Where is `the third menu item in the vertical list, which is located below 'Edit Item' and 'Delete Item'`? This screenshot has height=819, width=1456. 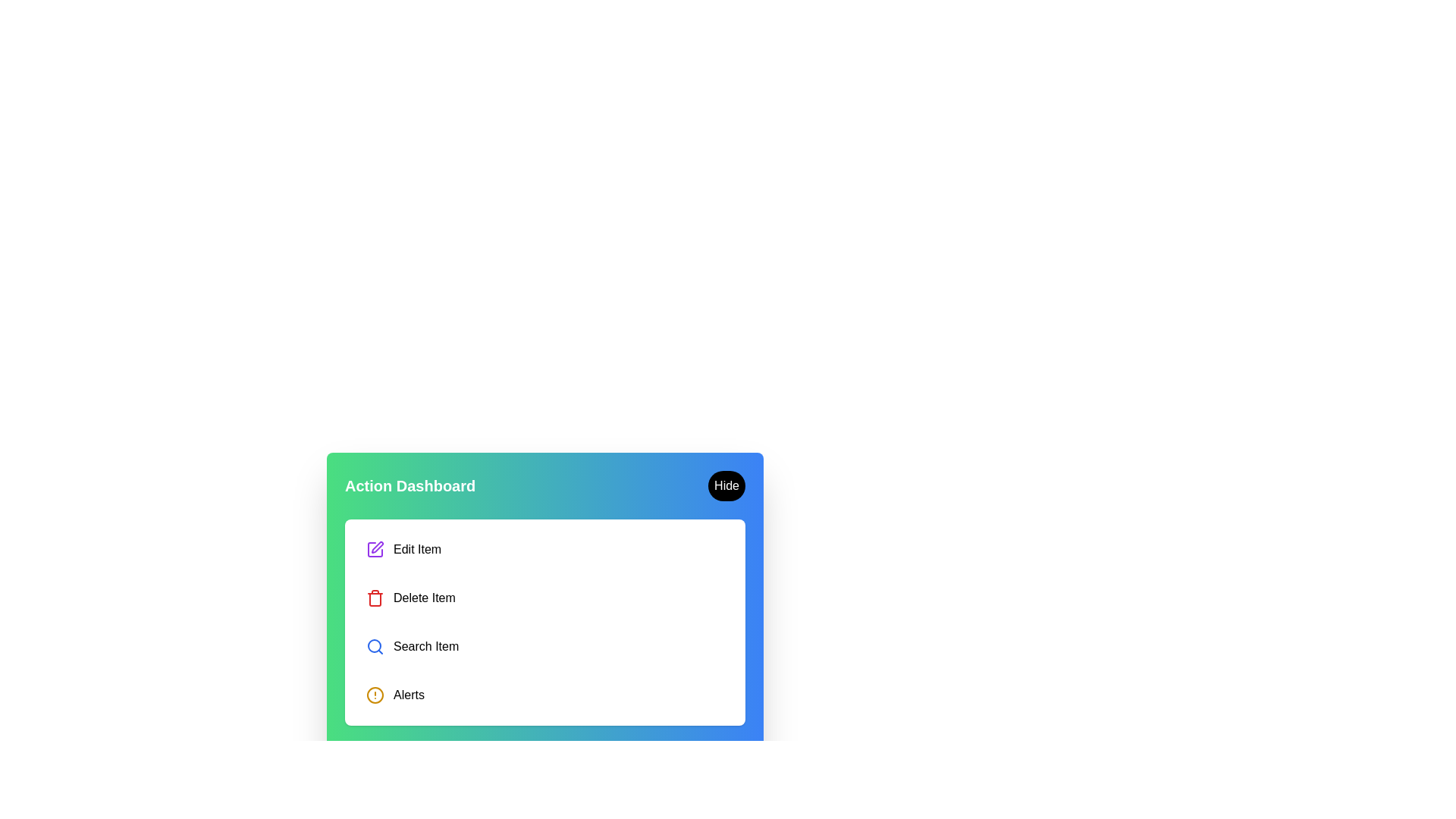
the third menu item in the vertical list, which is located below 'Edit Item' and 'Delete Item' is located at coordinates (545, 646).